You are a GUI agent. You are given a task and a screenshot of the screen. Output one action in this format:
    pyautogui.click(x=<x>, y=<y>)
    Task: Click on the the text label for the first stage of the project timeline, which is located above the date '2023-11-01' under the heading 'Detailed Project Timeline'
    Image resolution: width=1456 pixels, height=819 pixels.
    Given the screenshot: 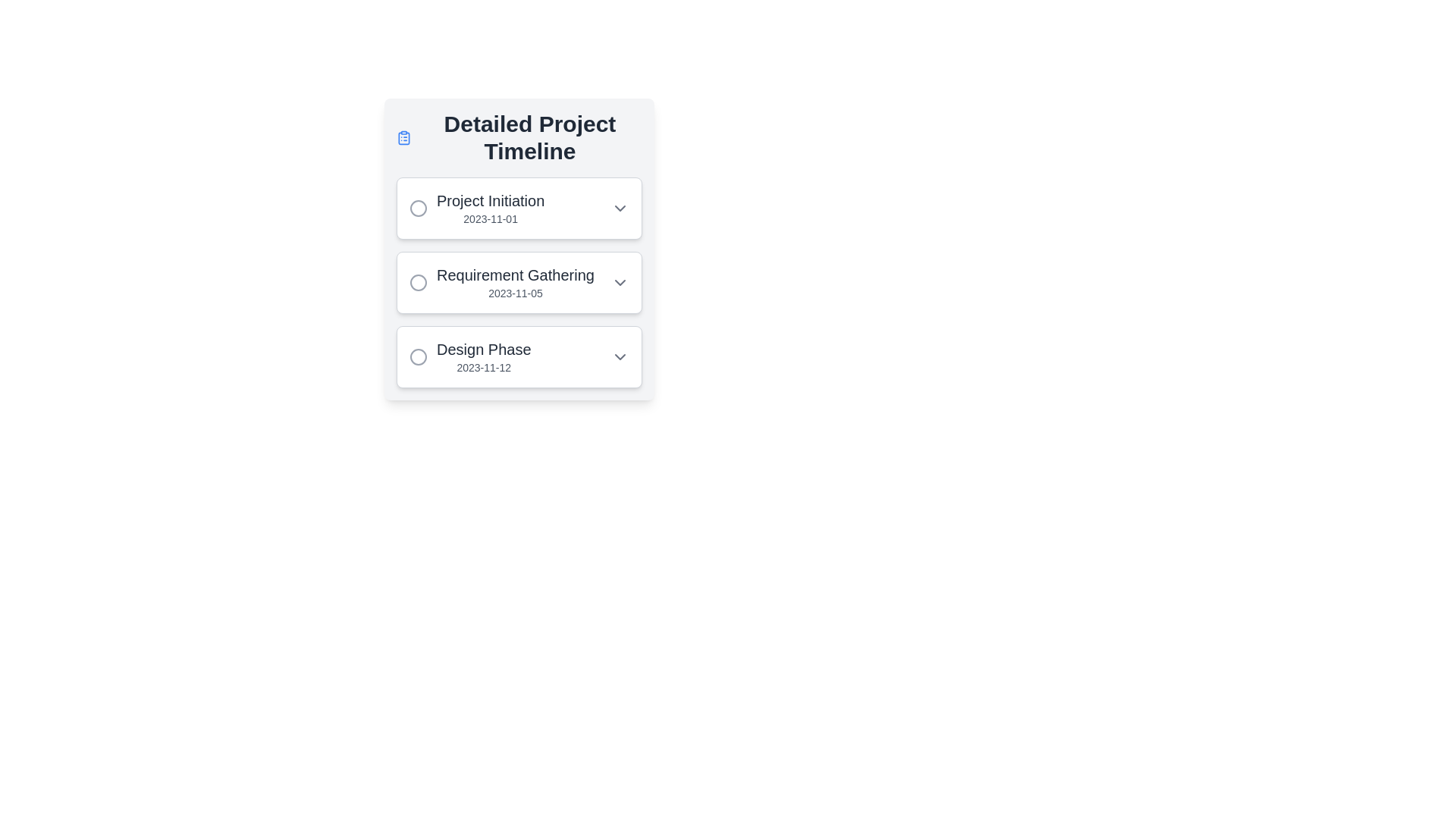 What is the action you would take?
    pyautogui.click(x=491, y=200)
    